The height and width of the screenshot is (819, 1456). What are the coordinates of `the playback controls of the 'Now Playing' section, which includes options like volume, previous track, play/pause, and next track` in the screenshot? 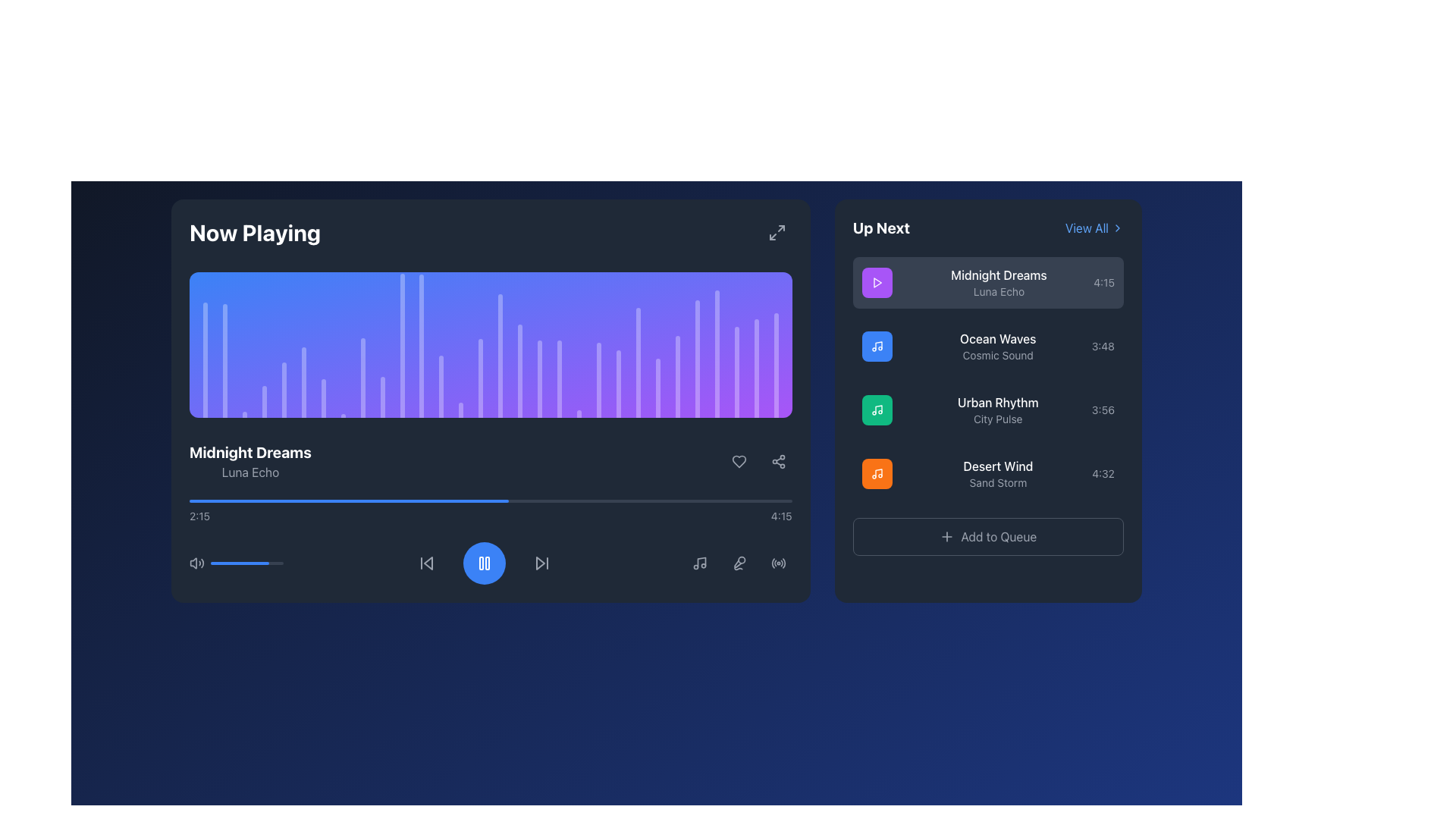 It's located at (491, 513).